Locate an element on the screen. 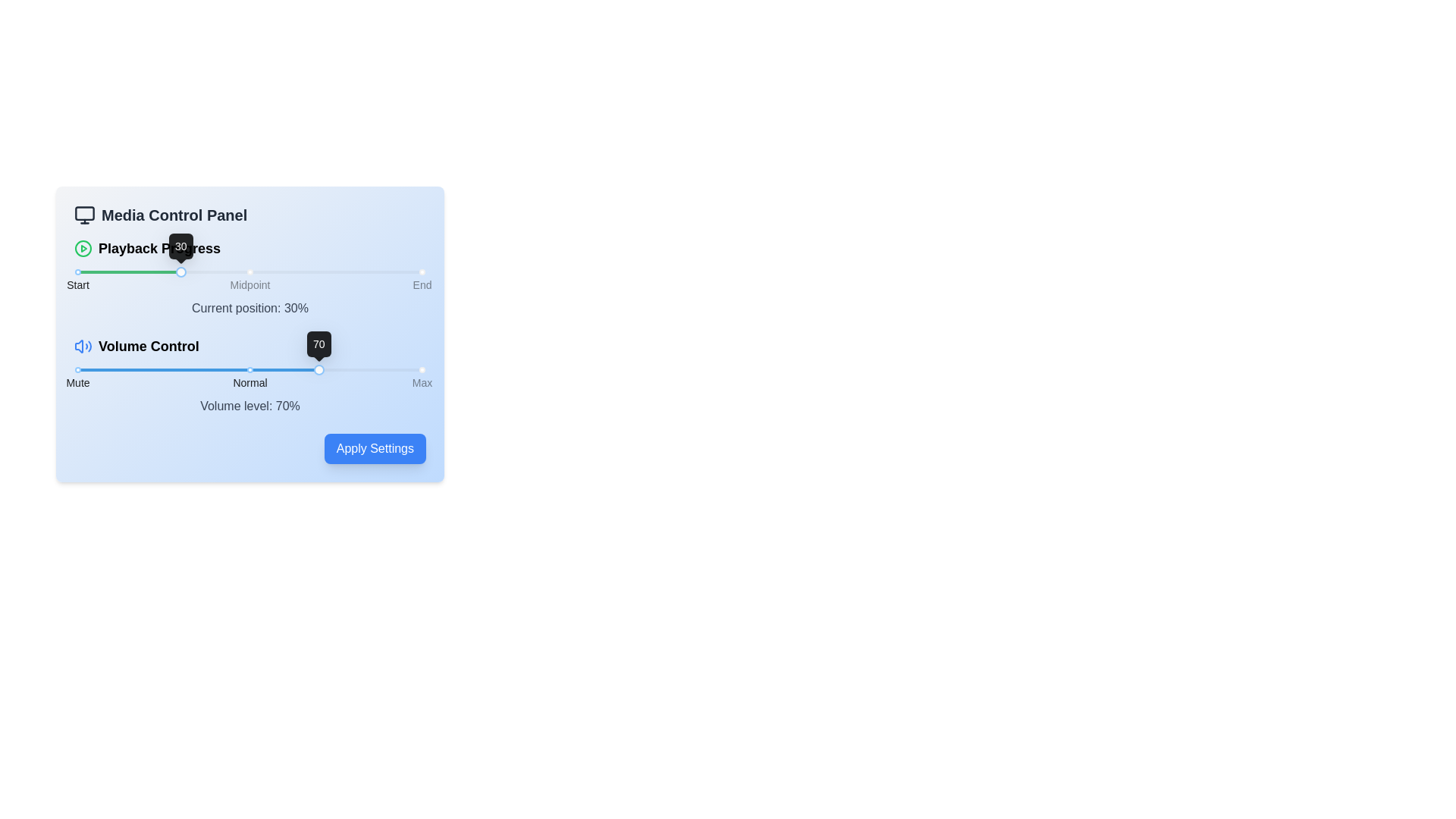 The width and height of the screenshot is (1456, 819). the monitor icon representation located in the top-left corner of the interface, adjacent to the 'Media Control Panel' title is located at coordinates (83, 213).